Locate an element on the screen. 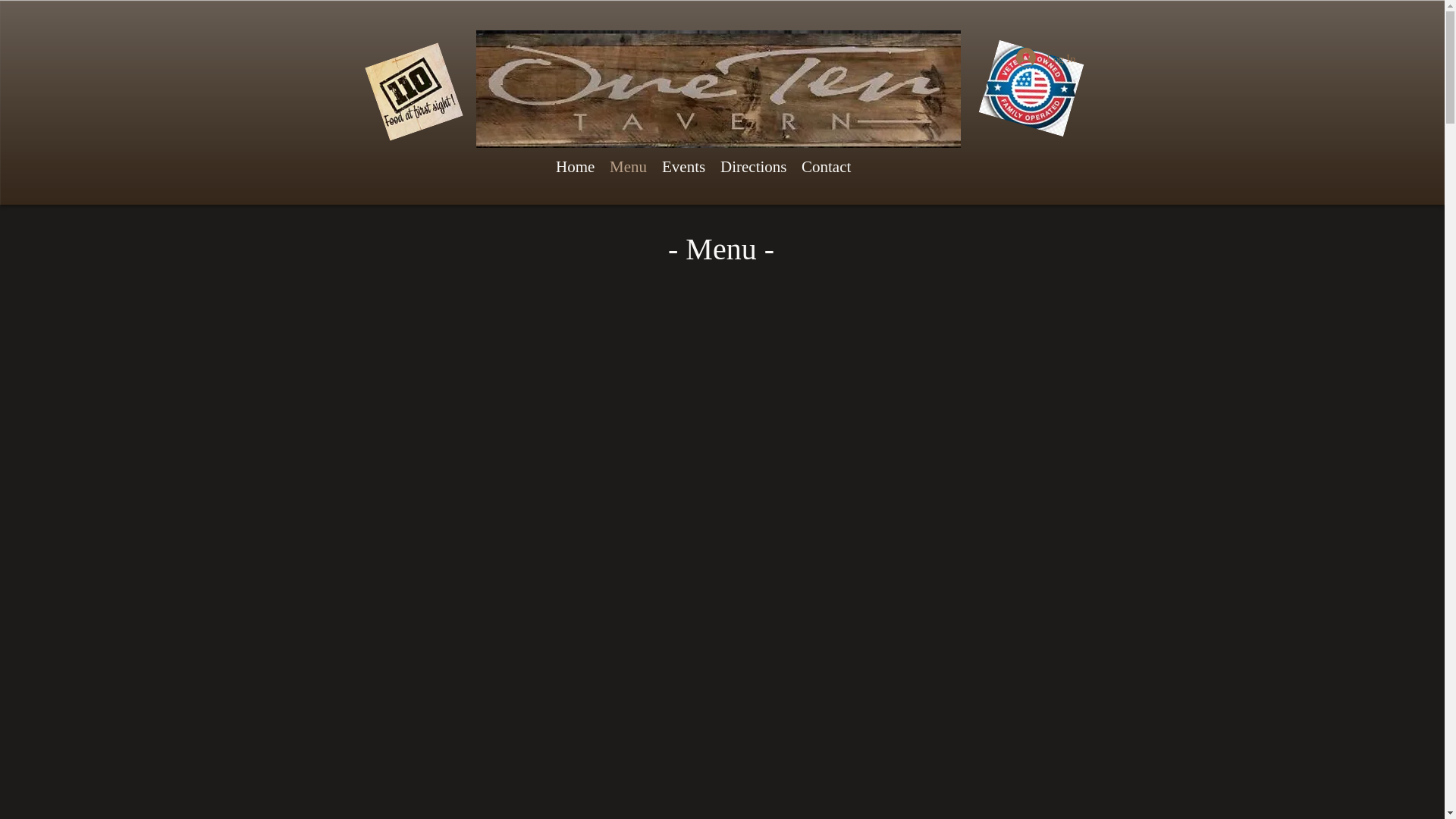 The image size is (1456, 819). 'Menu' is located at coordinates (628, 166).